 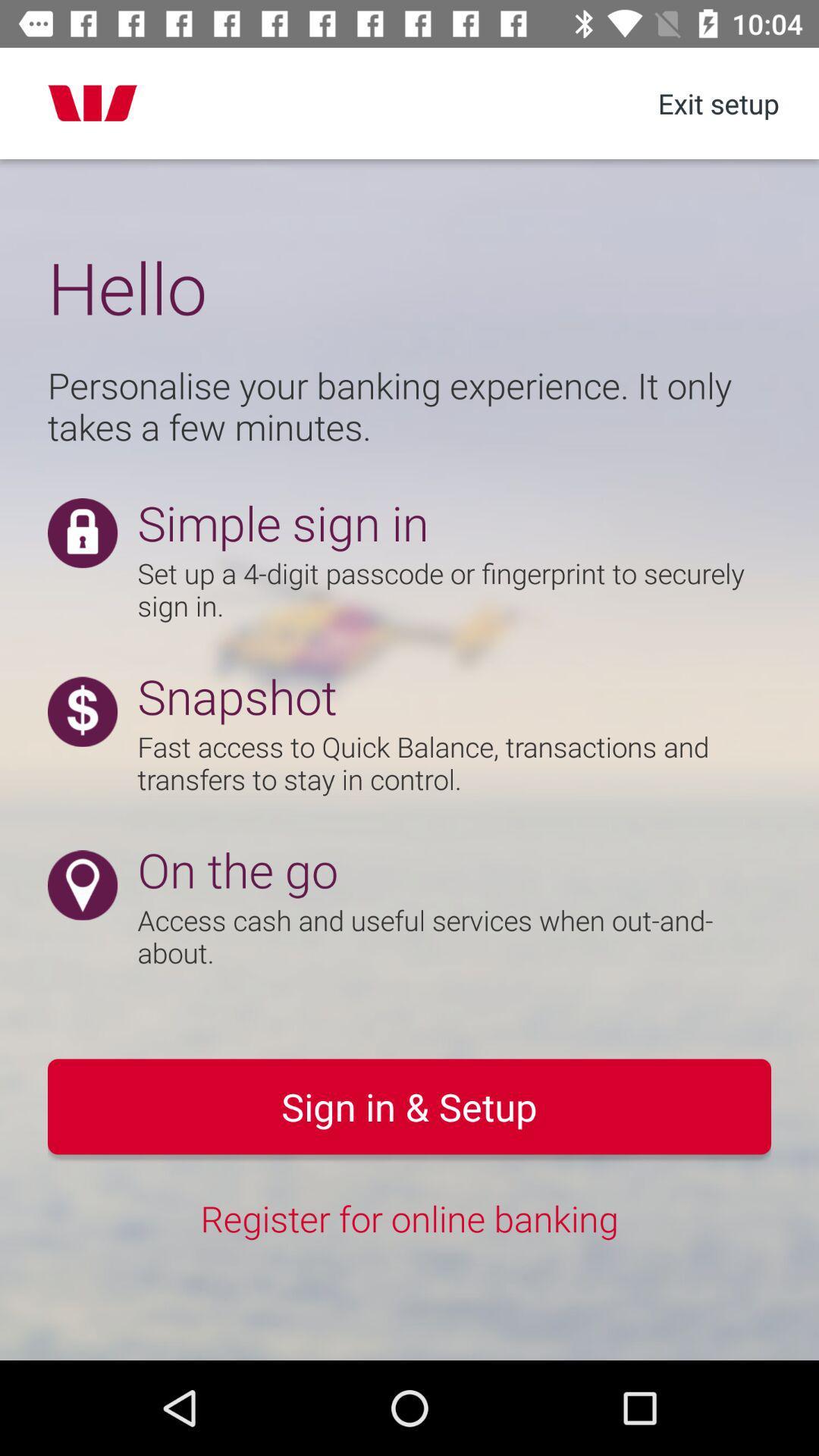 What do you see at coordinates (717, 102) in the screenshot?
I see `item at the top right corner` at bounding box center [717, 102].